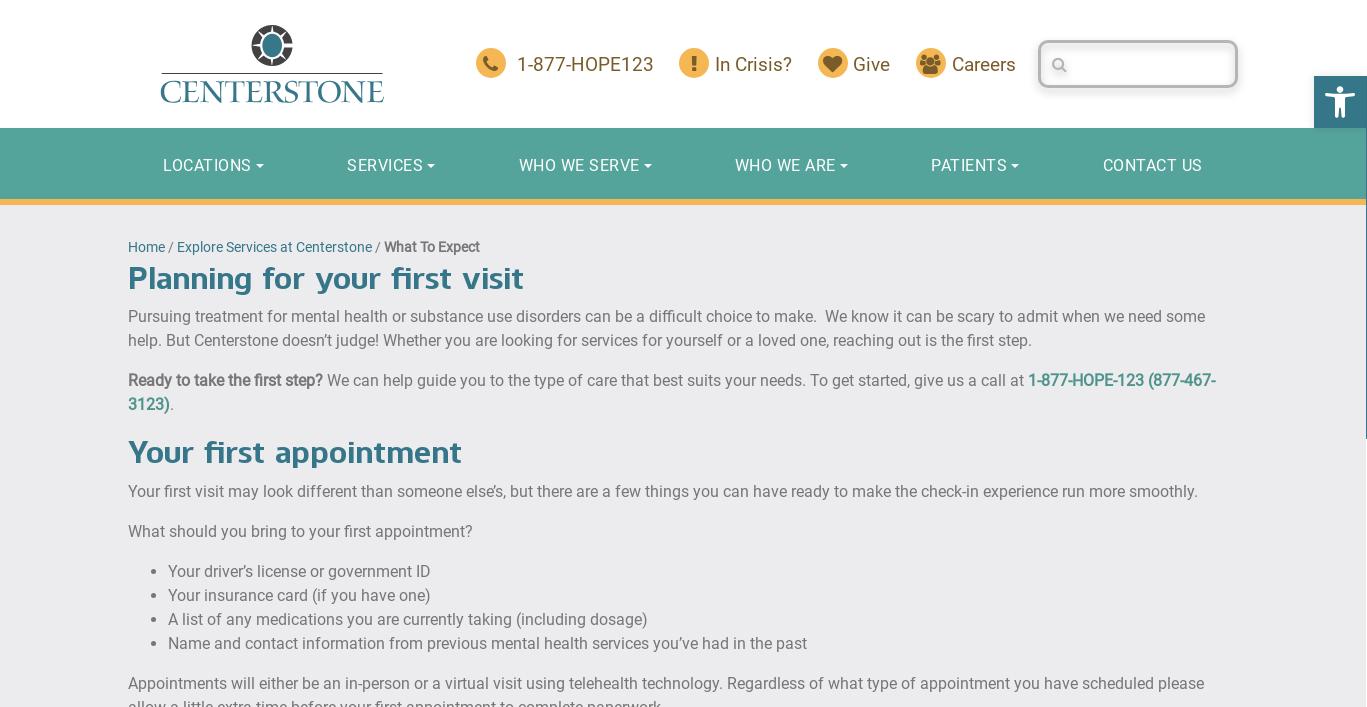 This screenshot has width=1367, height=707. I want to click on 'Your insurance card (if you have one)', so click(299, 594).